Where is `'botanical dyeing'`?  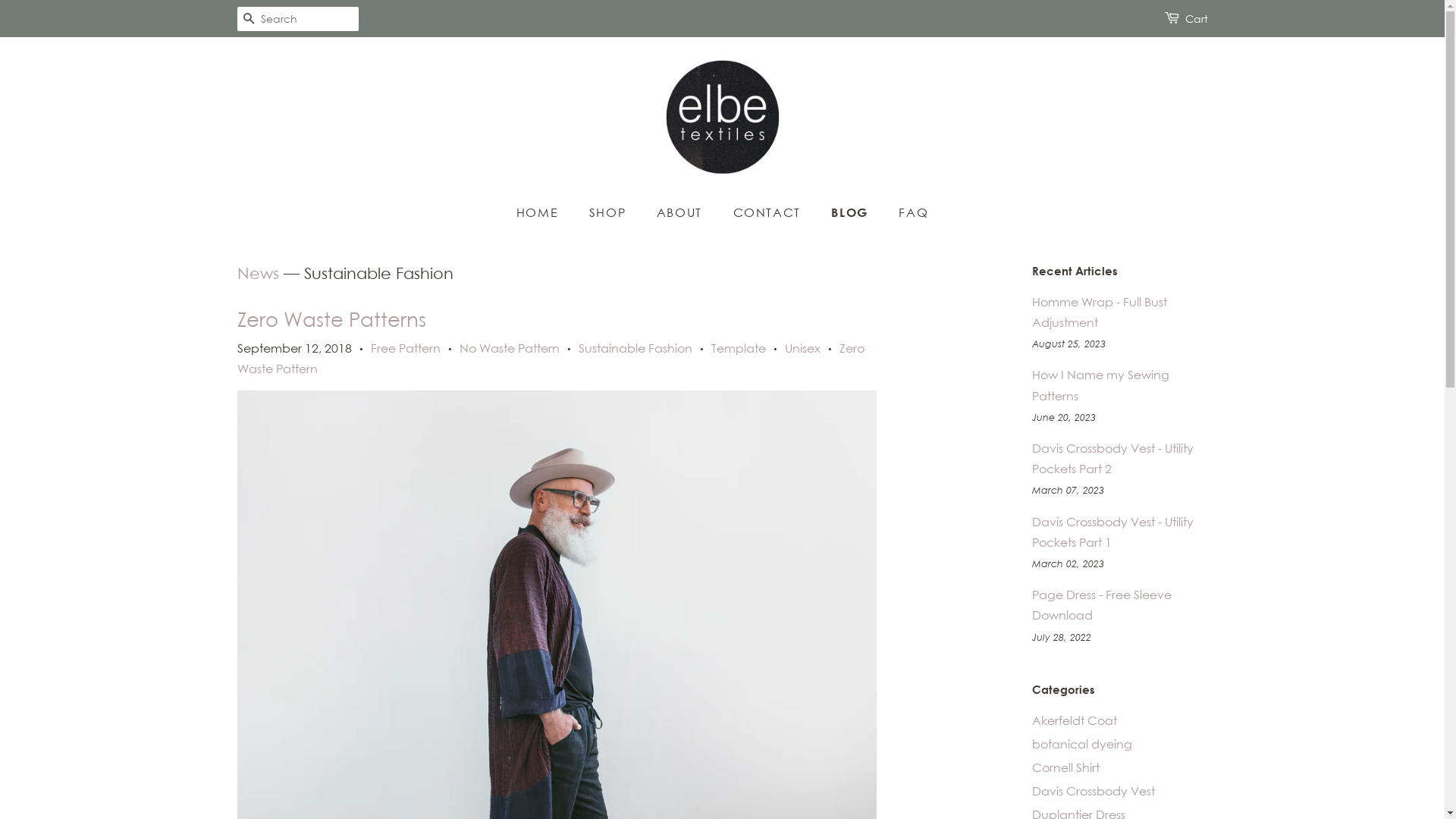
'botanical dyeing' is located at coordinates (1080, 742).